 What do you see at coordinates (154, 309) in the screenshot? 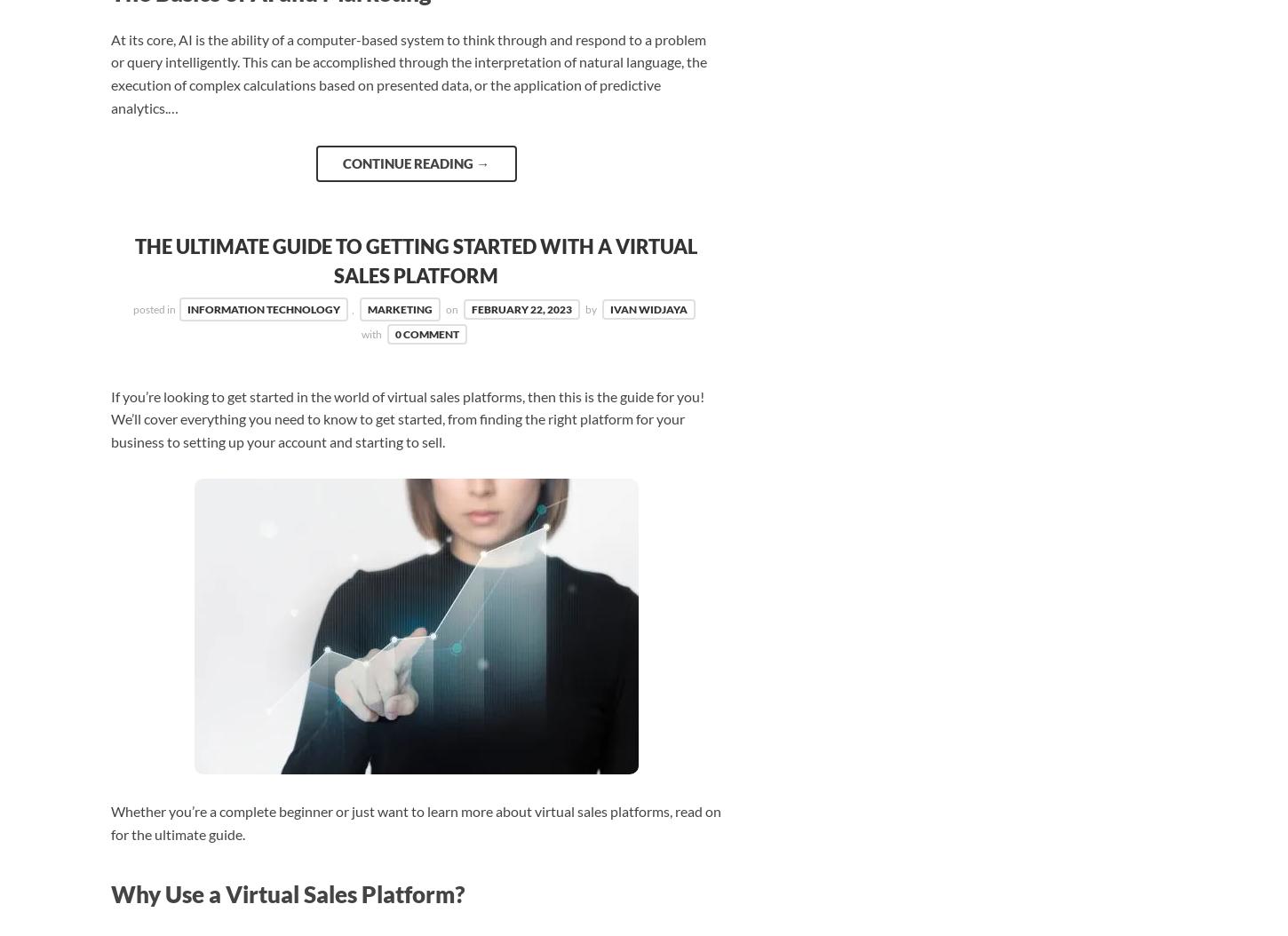
I see `'posted in'` at bounding box center [154, 309].